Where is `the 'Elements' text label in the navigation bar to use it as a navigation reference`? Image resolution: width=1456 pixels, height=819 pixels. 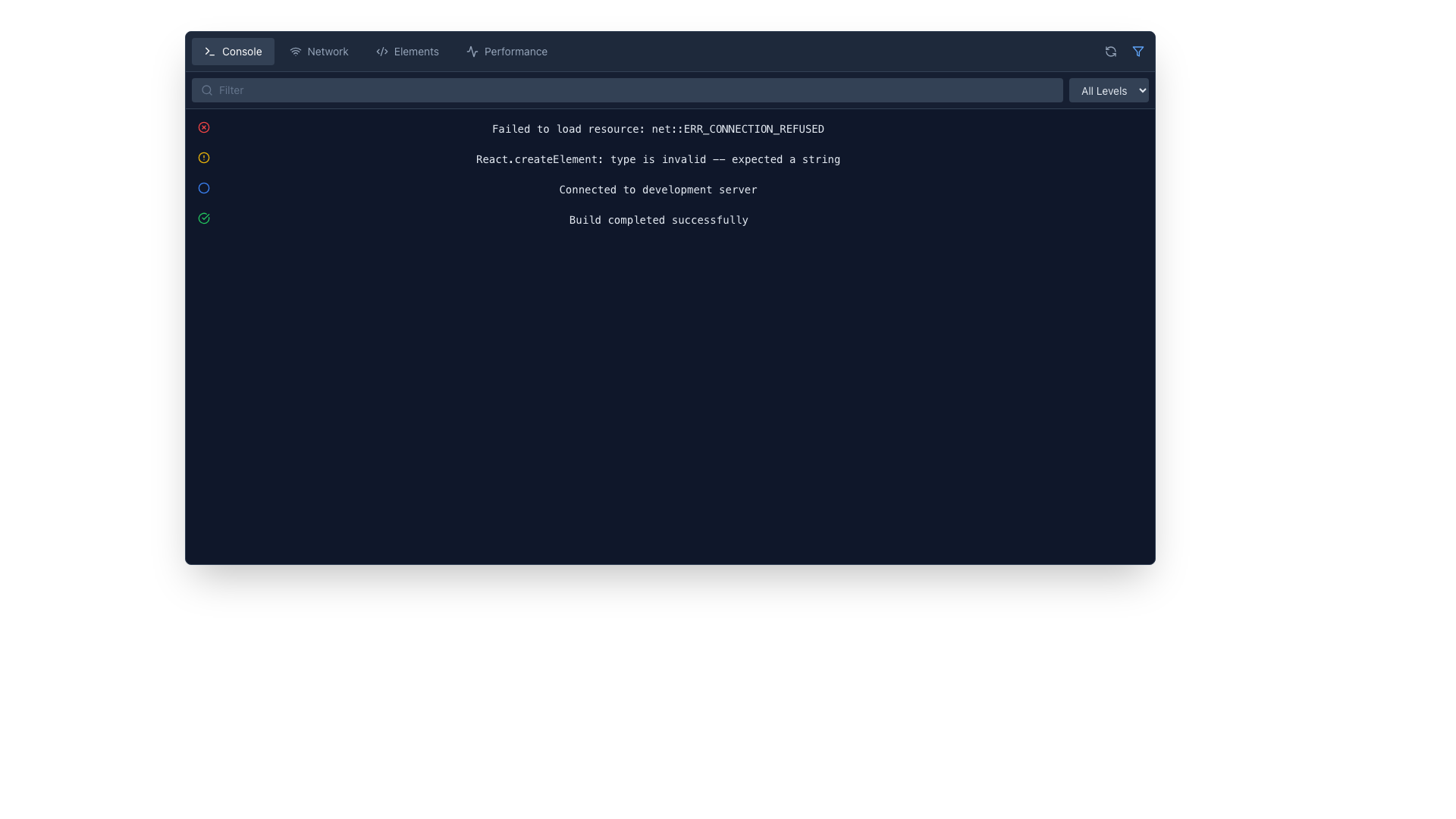 the 'Elements' text label in the navigation bar to use it as a navigation reference is located at coordinates (416, 51).